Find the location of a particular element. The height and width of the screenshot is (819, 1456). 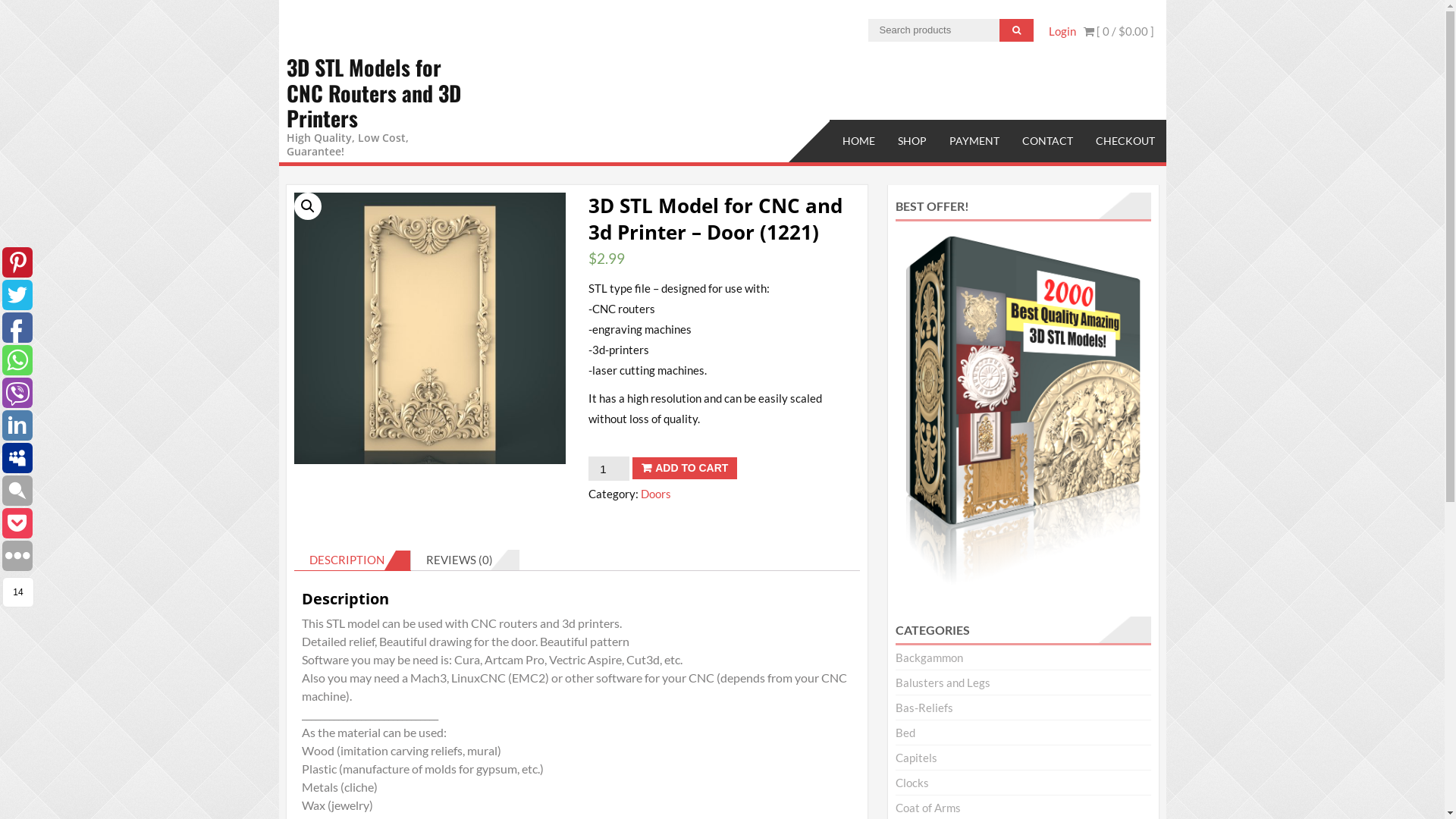

'Share Viber' is located at coordinates (2, 391).